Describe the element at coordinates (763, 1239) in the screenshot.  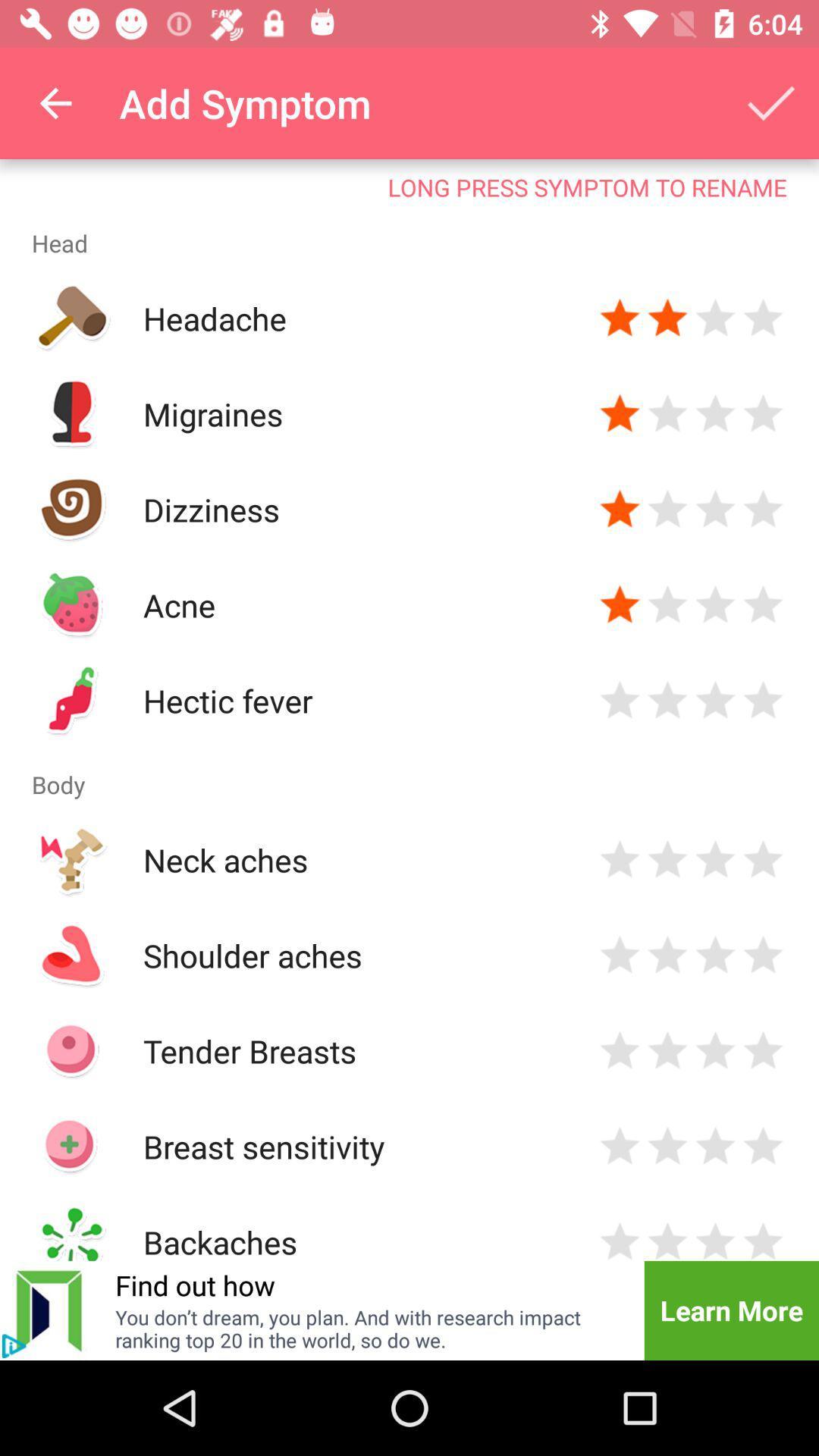
I see `rate severity of symptom` at that location.